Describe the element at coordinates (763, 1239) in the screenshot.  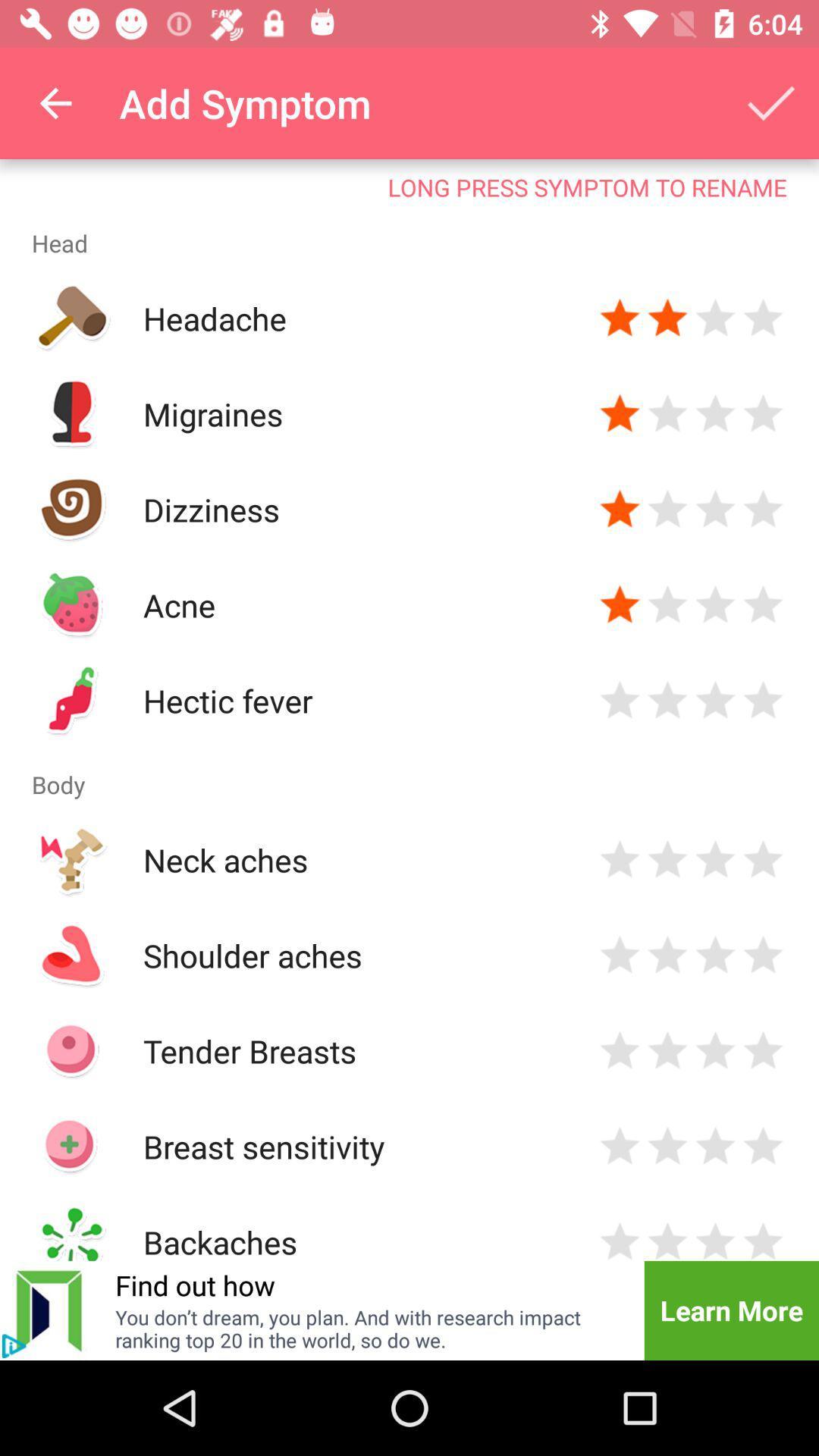
I see `rate severity of symptom` at that location.